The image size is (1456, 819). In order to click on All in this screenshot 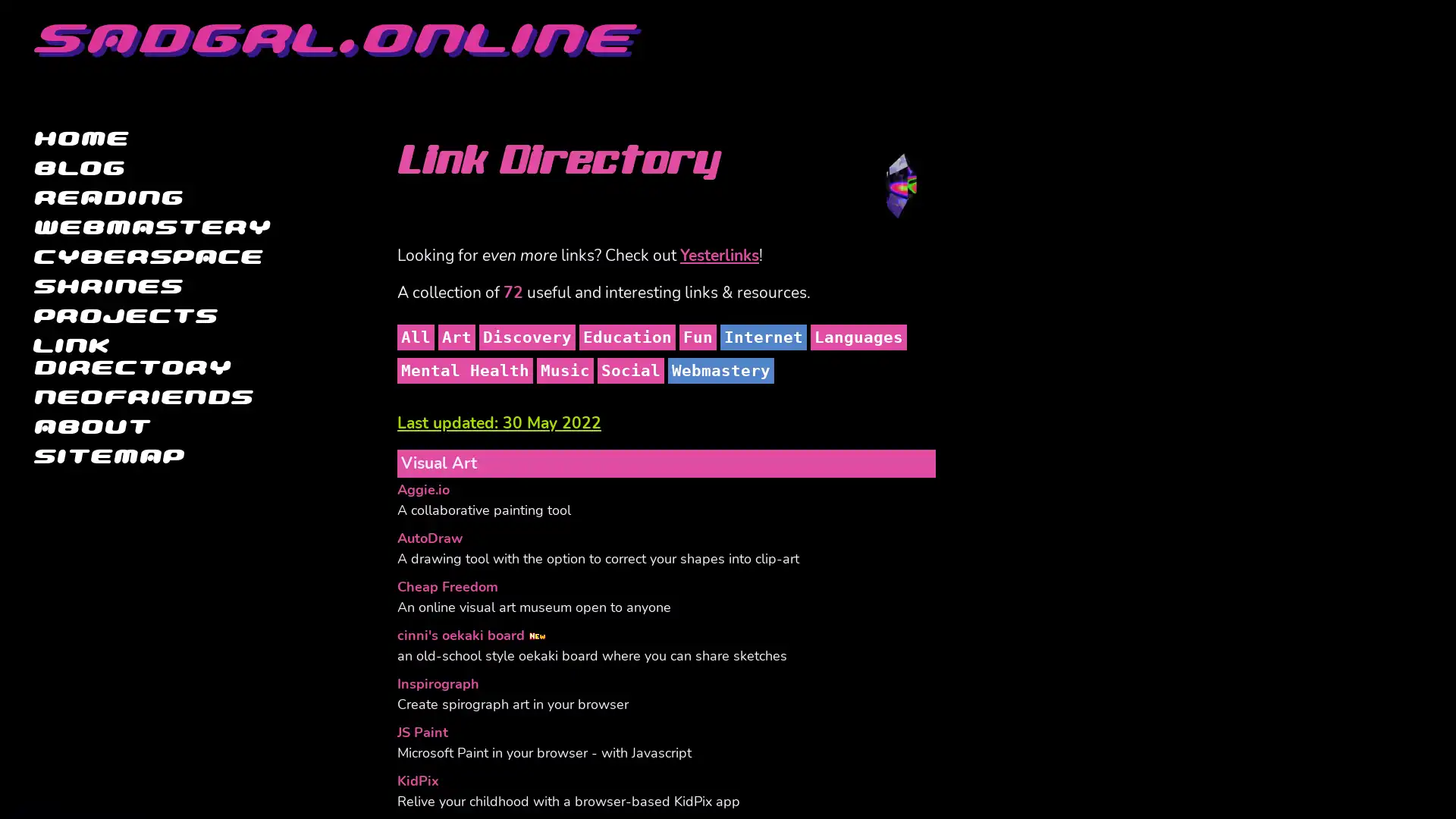, I will do `click(416, 335)`.